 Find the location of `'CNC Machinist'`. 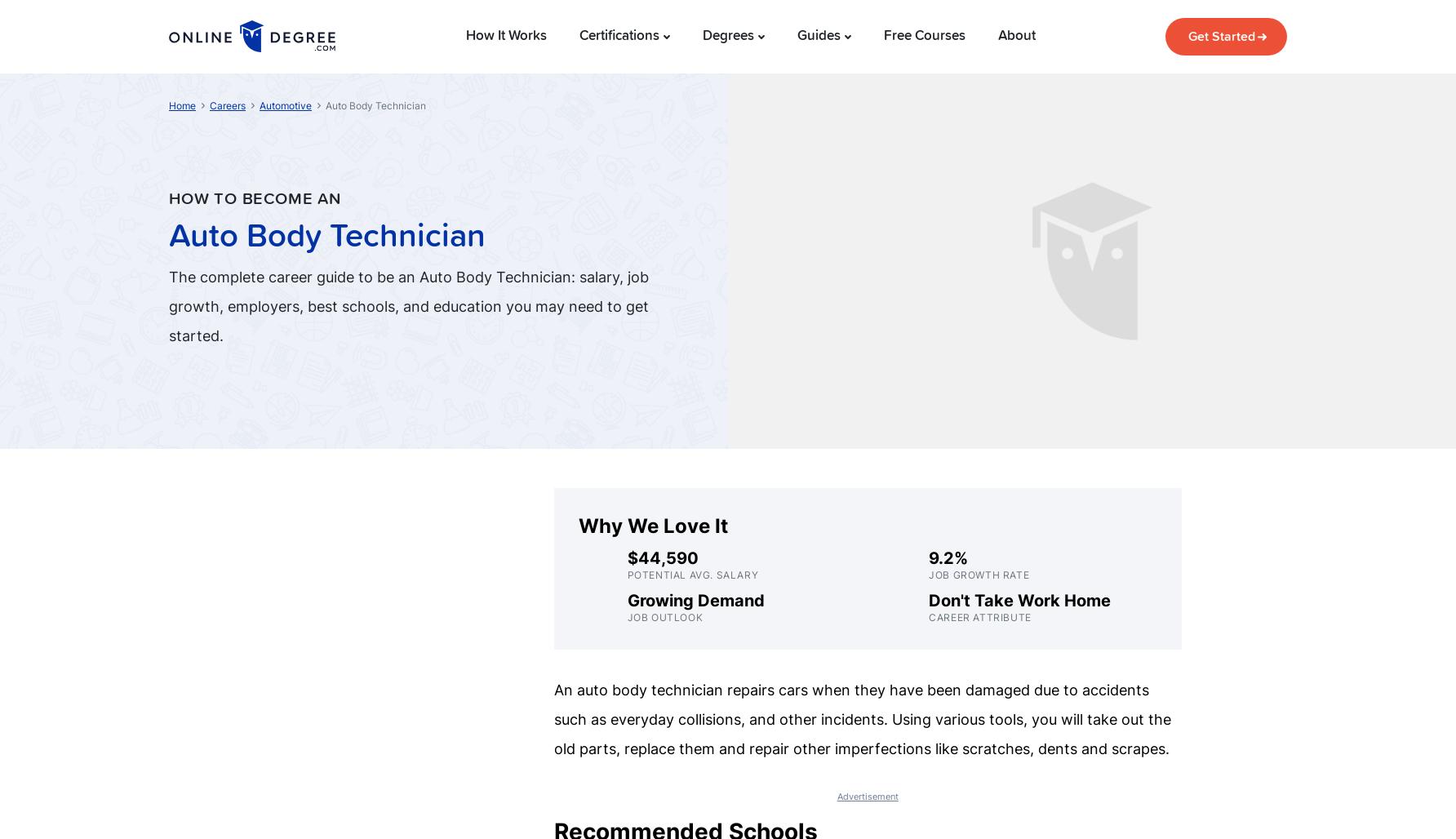

'CNC Machinist' is located at coordinates (1026, 741).